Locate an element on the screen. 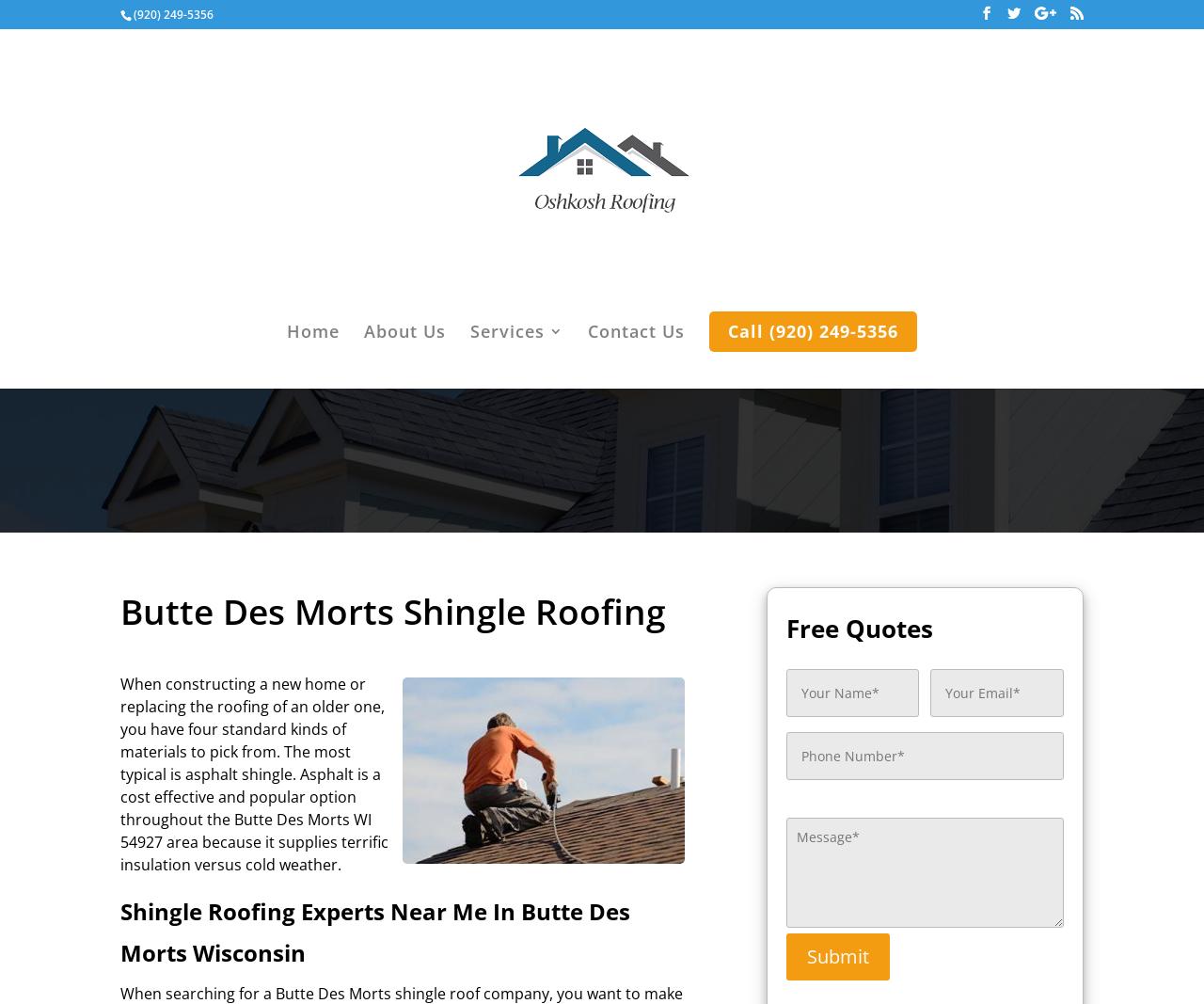  'Metal Roofing' is located at coordinates (569, 568).